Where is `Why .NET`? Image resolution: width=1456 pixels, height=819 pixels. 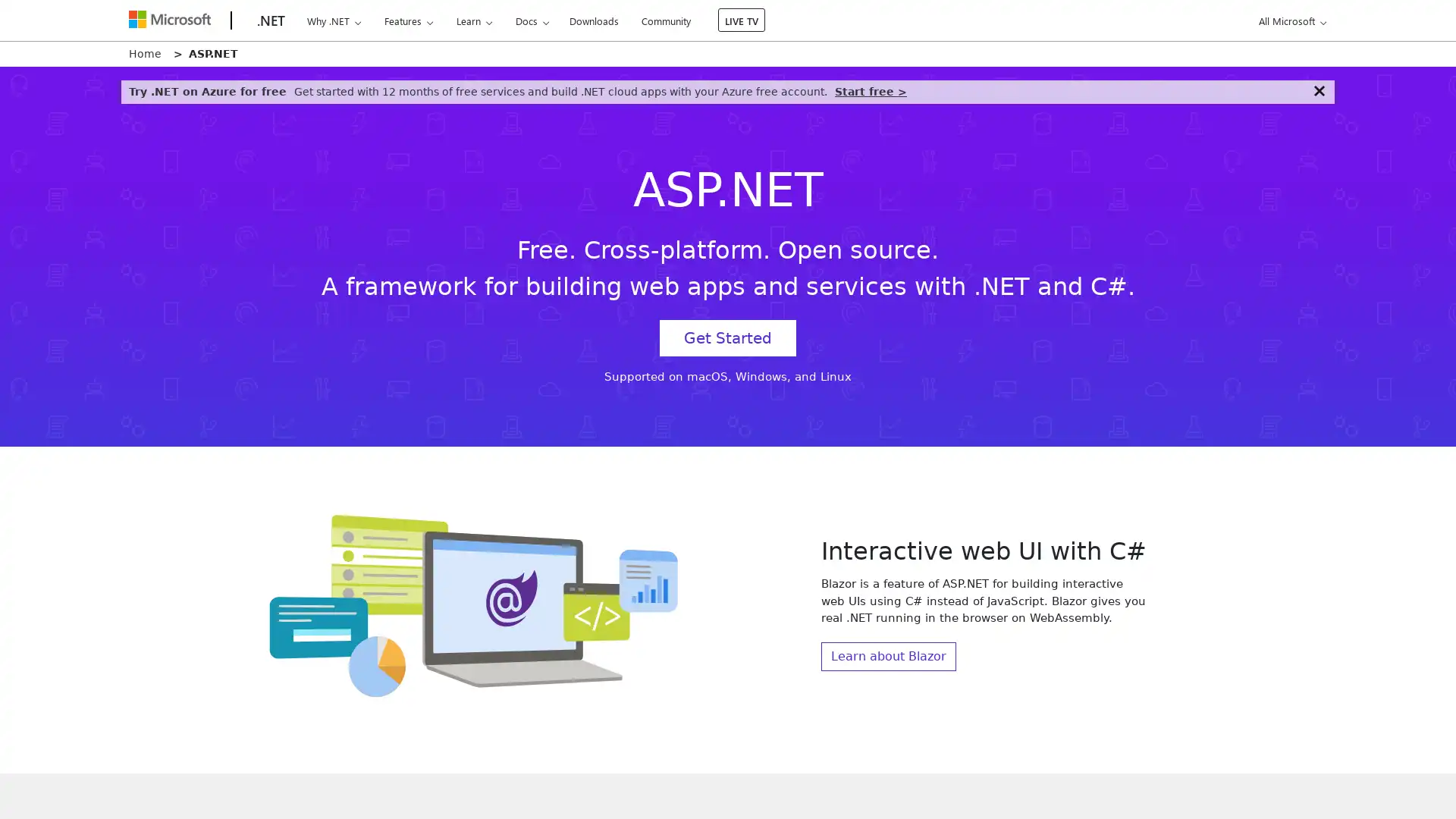
Why .NET is located at coordinates (333, 20).